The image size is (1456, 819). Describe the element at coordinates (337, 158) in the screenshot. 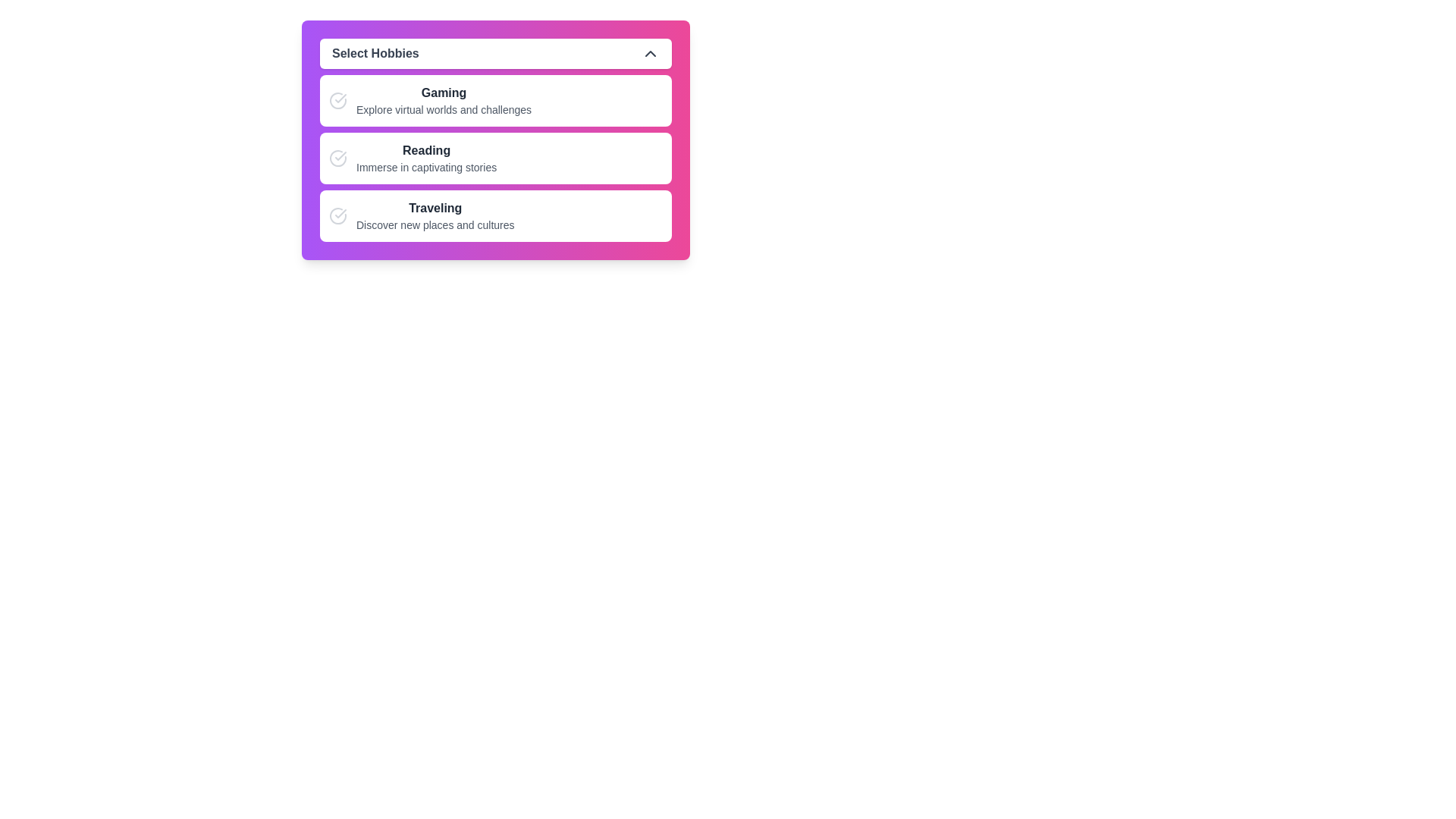

I see `the circular gray check icon next to the bold text 'Reading' in the hobbies selection interface` at that location.